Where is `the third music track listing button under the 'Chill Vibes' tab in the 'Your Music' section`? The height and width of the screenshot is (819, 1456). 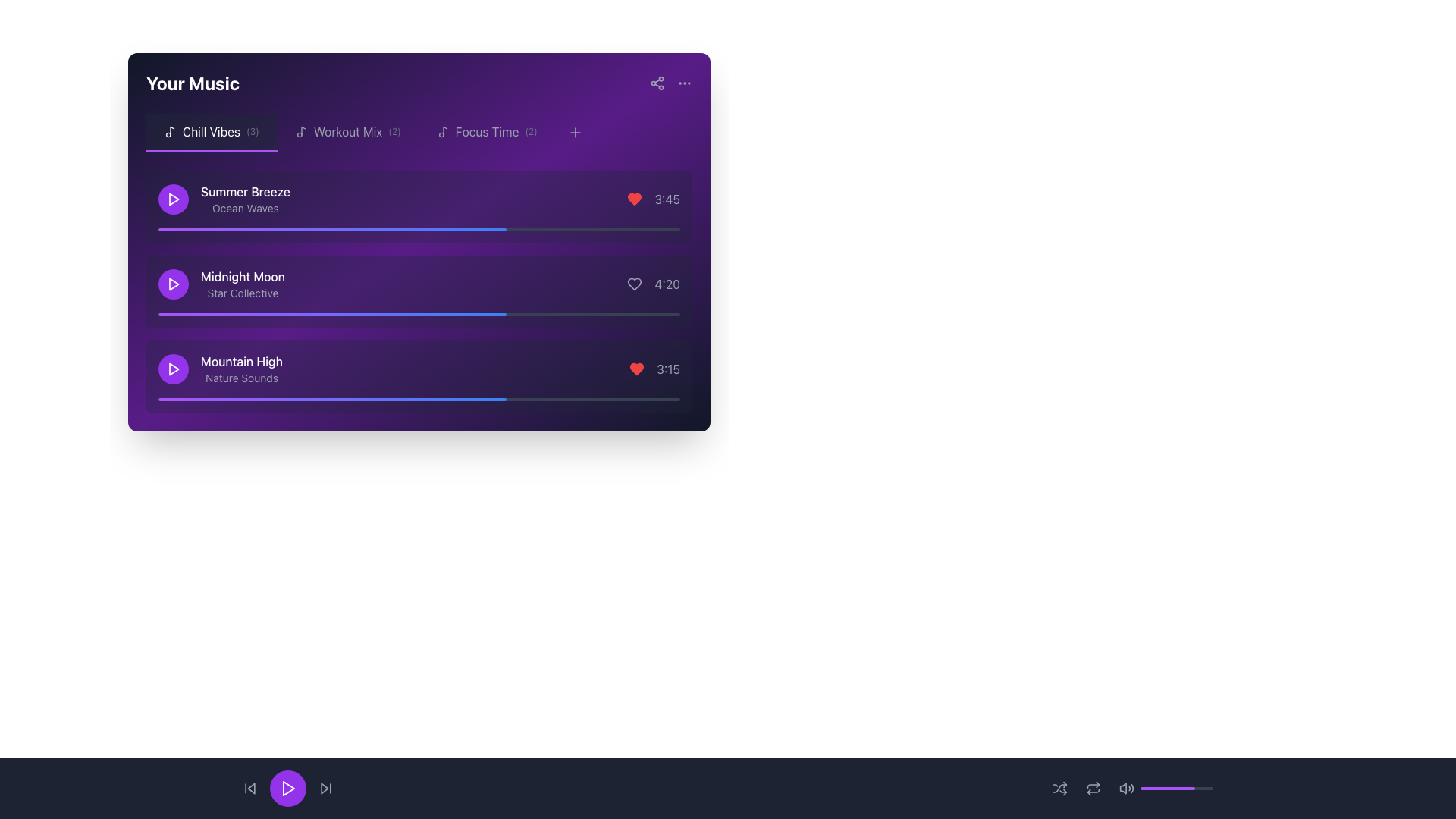 the third music track listing button under the 'Chill Vibes' tab in the 'Your Music' section is located at coordinates (419, 376).